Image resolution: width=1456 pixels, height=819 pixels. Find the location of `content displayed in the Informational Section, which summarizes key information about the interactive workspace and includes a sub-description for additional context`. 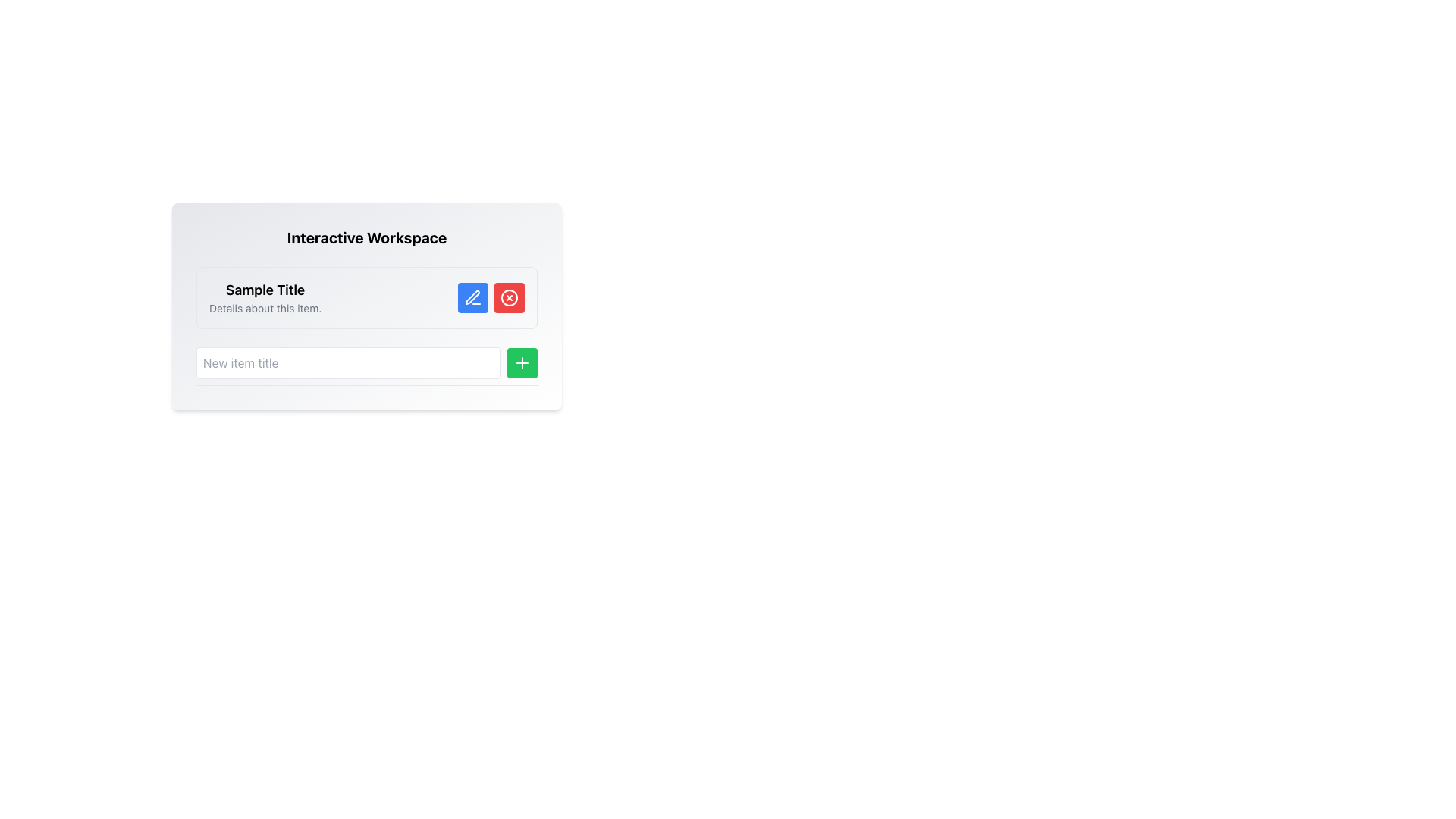

content displayed in the Informational Section, which summarizes key information about the interactive workspace and includes a sub-description for additional context is located at coordinates (367, 306).